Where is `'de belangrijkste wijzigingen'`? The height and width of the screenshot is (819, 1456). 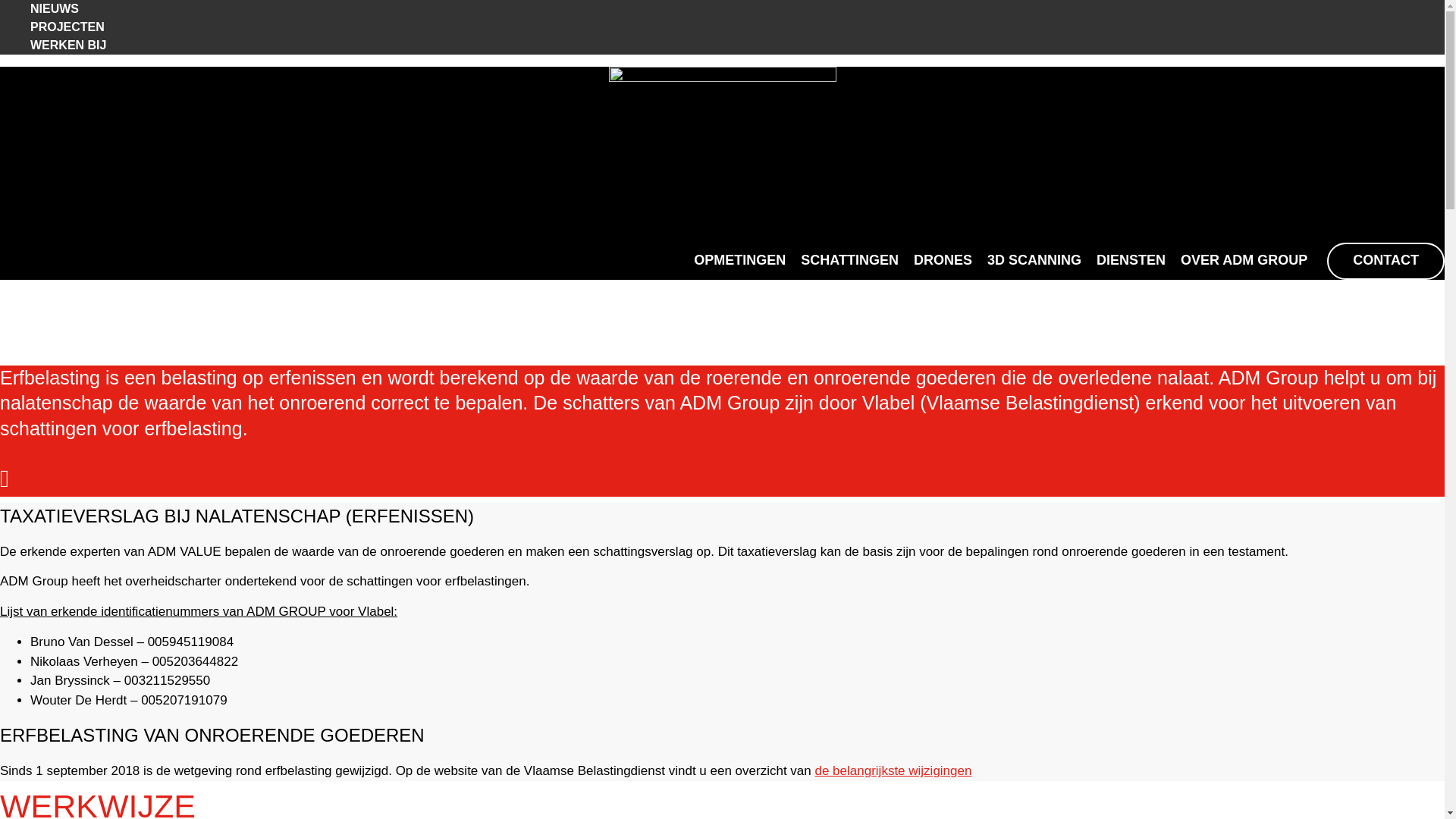
'de belangrijkste wijzigingen' is located at coordinates (893, 770).